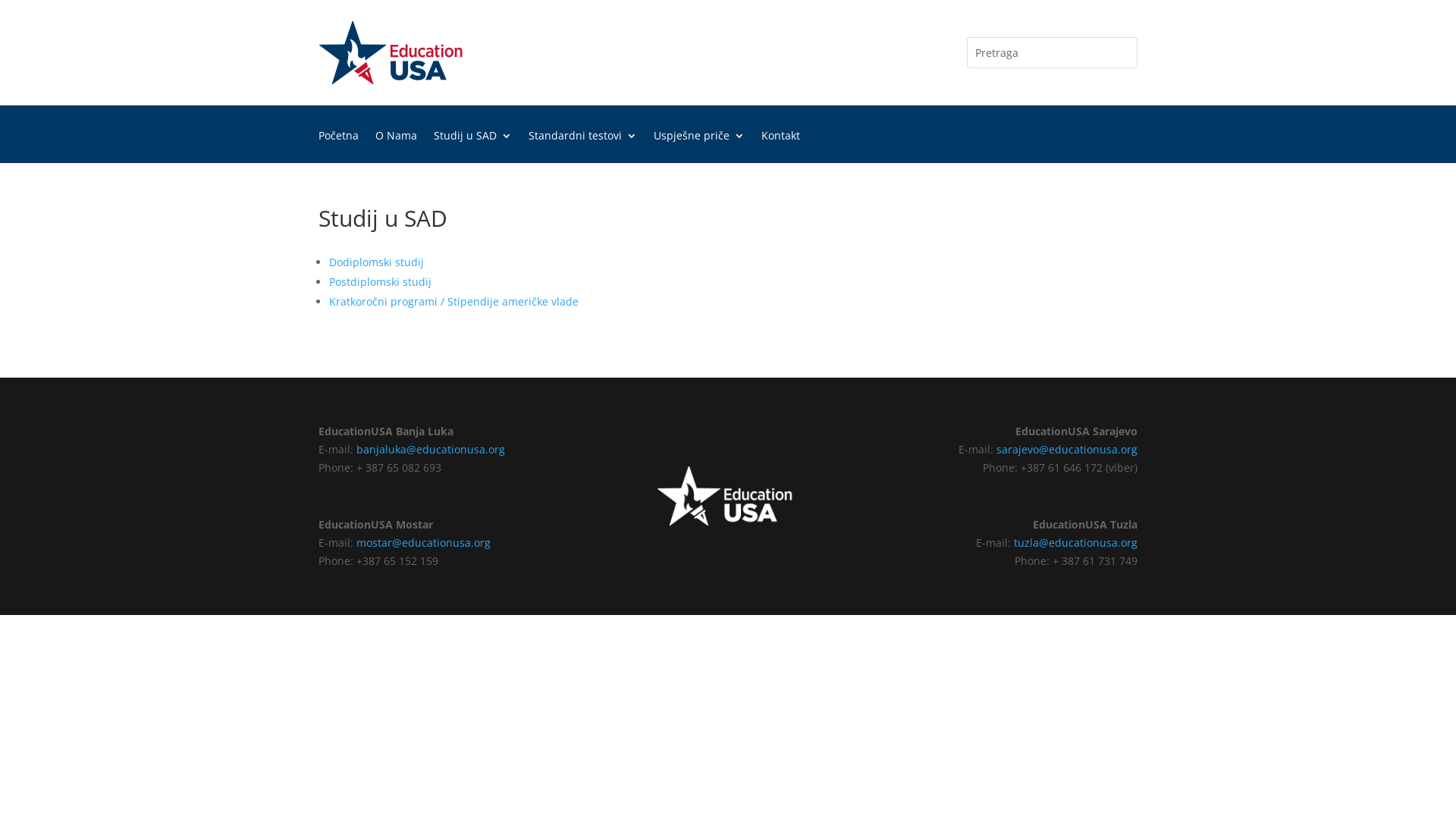 The height and width of the screenshot is (819, 1456). I want to click on 'banjaluka@educationusa.org', so click(429, 448).